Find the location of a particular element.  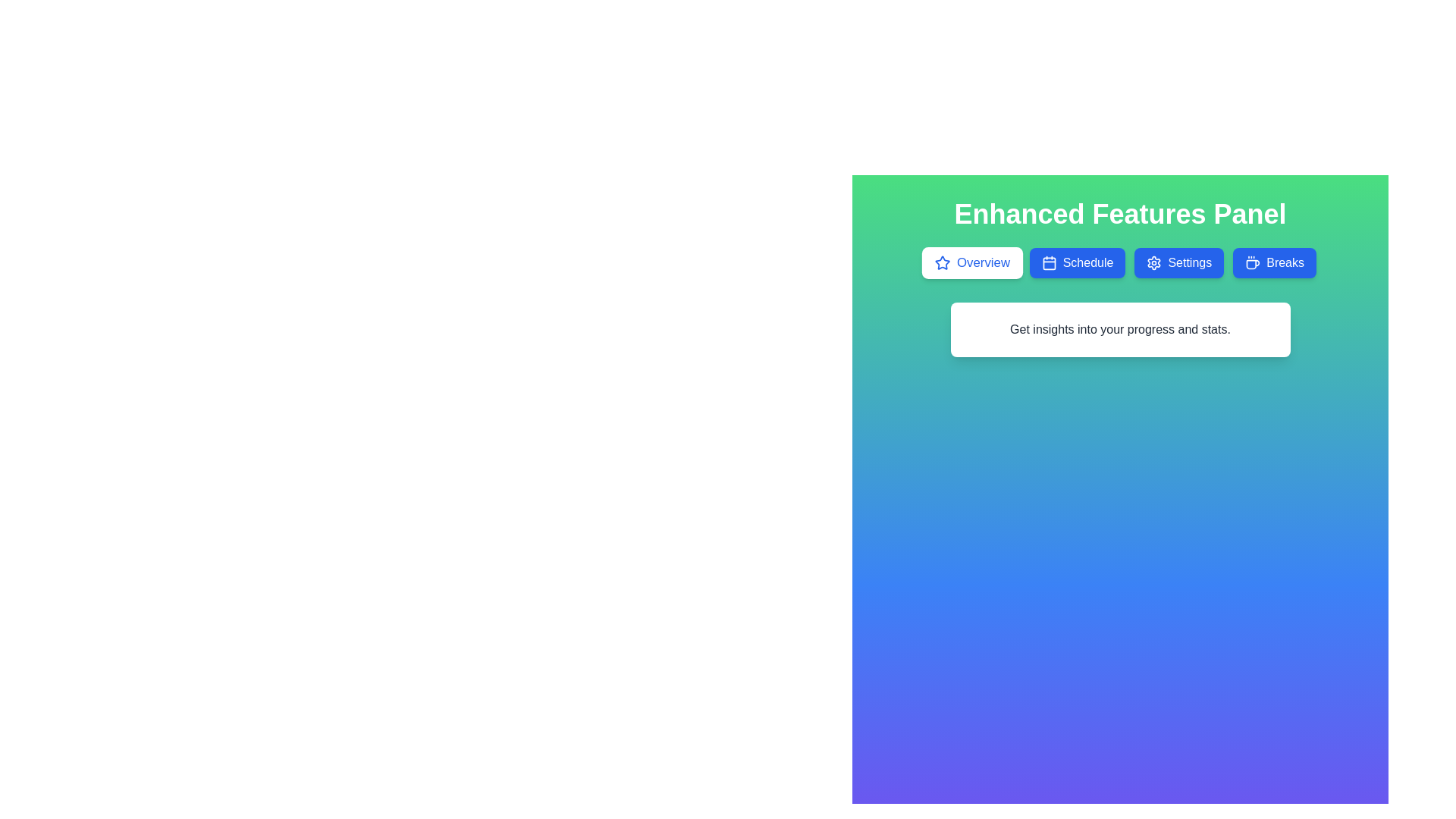

the star-shaped icon within the 'Overview' button is located at coordinates (942, 262).